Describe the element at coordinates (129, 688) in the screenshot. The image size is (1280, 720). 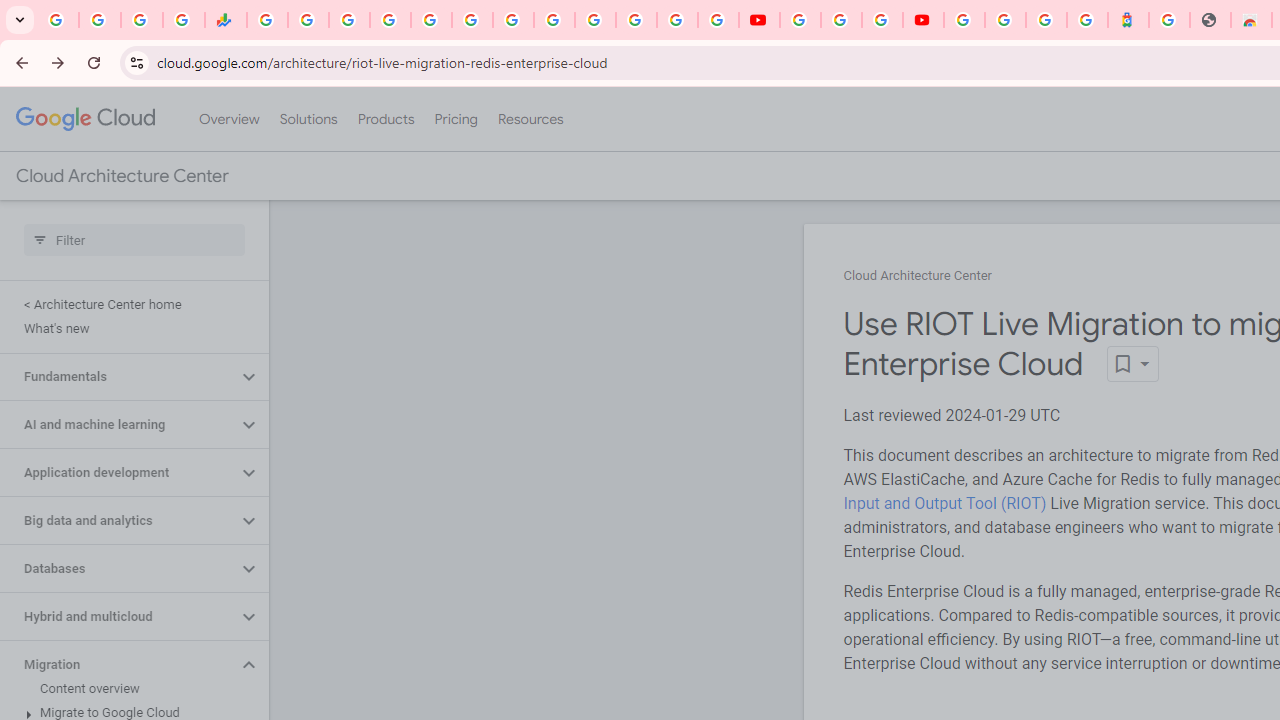
I see `'Content overview'` at that location.